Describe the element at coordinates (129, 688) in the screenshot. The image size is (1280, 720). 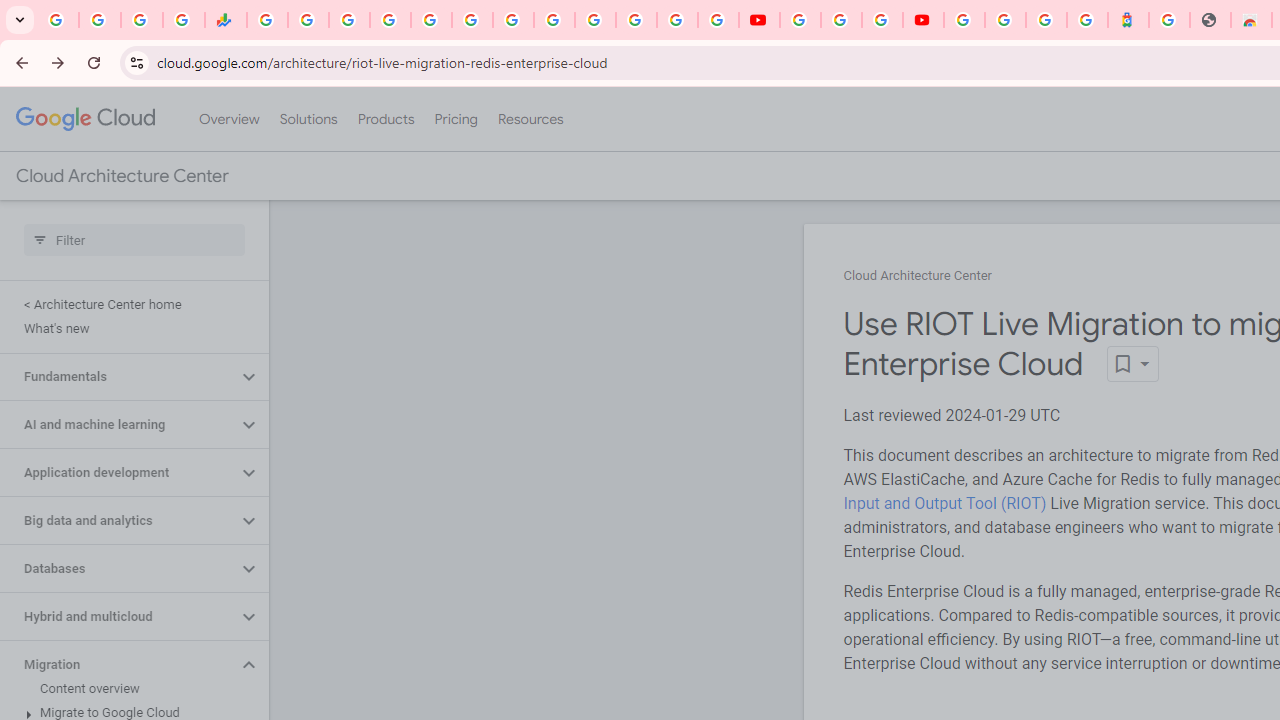
I see `'Content overview'` at that location.